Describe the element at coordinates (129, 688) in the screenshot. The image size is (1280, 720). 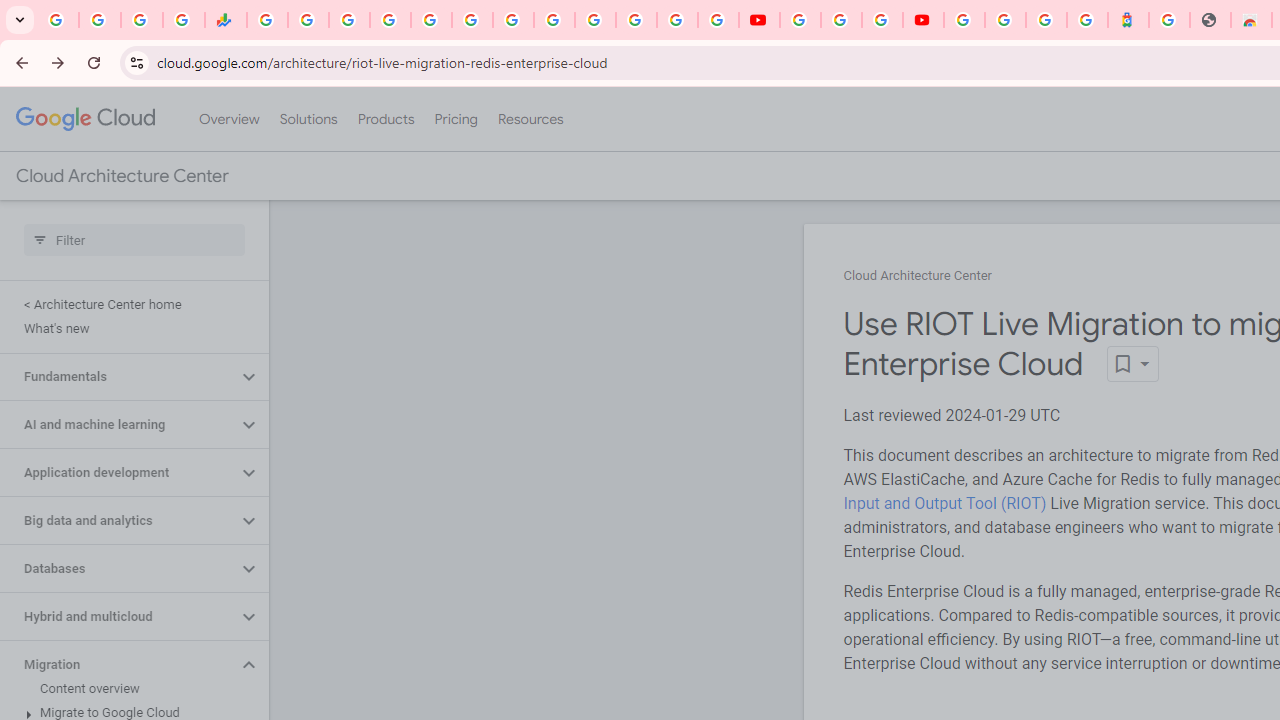
I see `'Content overview'` at that location.